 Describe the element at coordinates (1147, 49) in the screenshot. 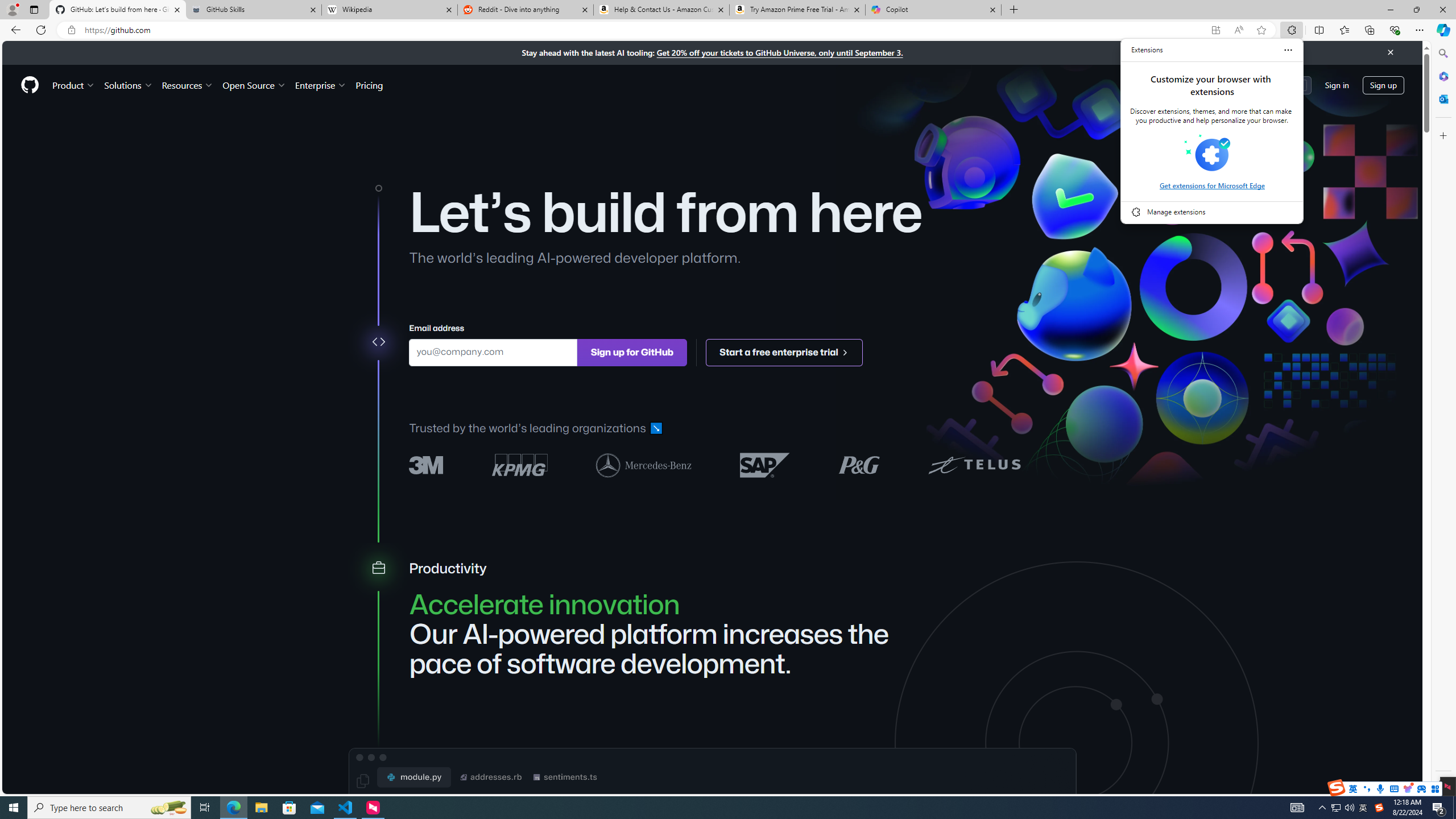

I see `'Extensions'` at that location.